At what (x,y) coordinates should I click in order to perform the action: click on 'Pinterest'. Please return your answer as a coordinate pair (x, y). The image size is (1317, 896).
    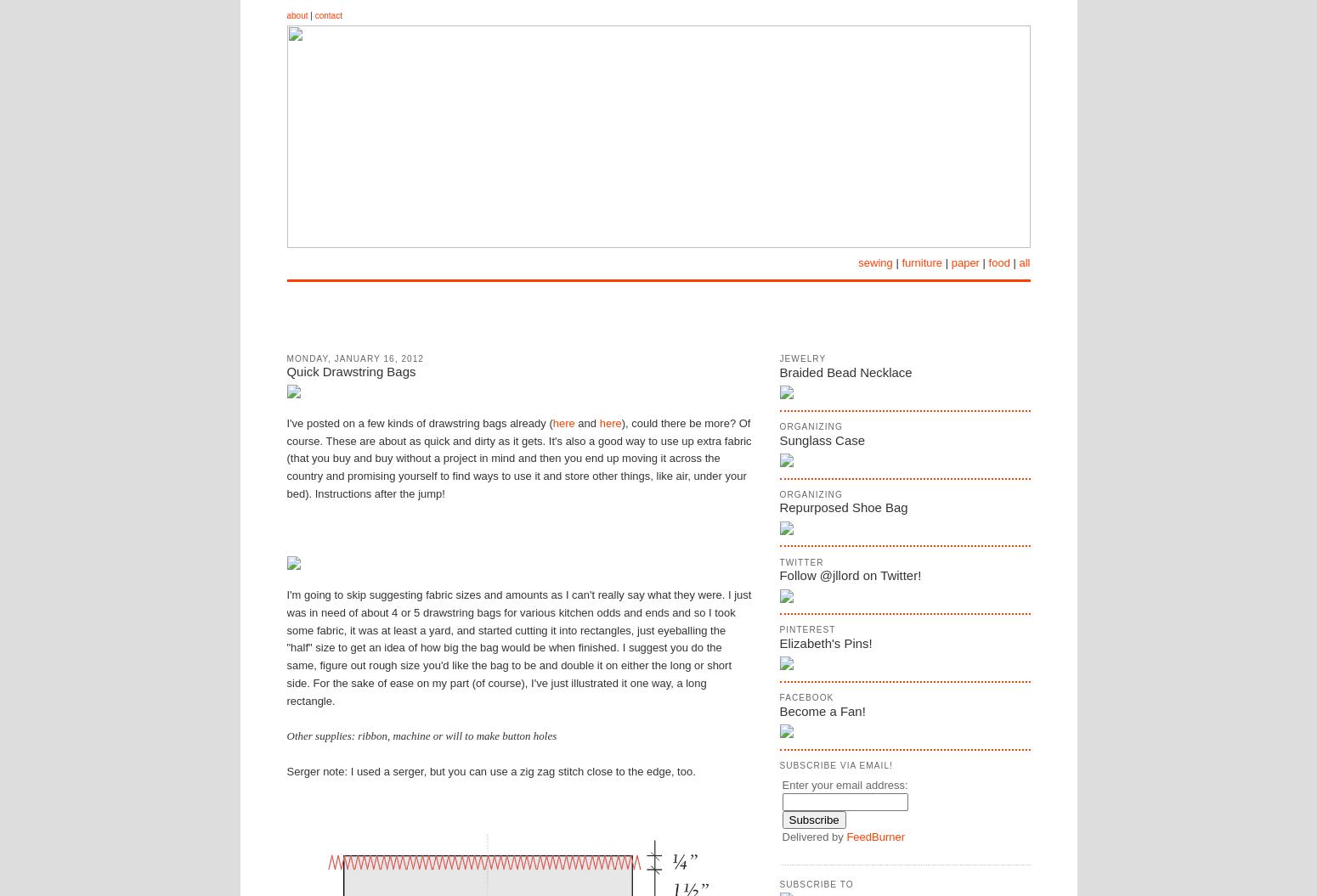
    Looking at the image, I should click on (805, 629).